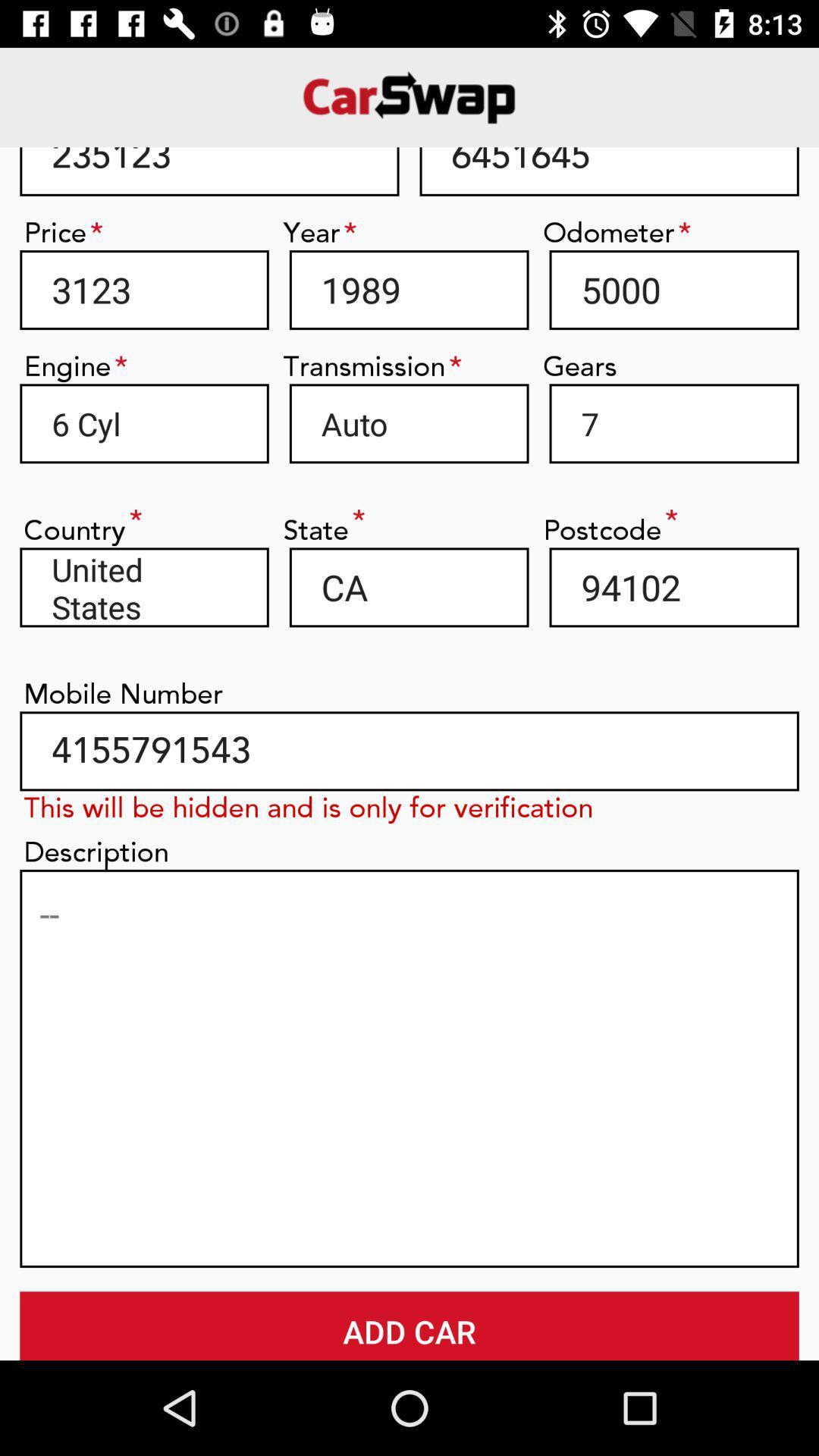 Image resolution: width=819 pixels, height=1456 pixels. I want to click on item below year, so click(408, 290).